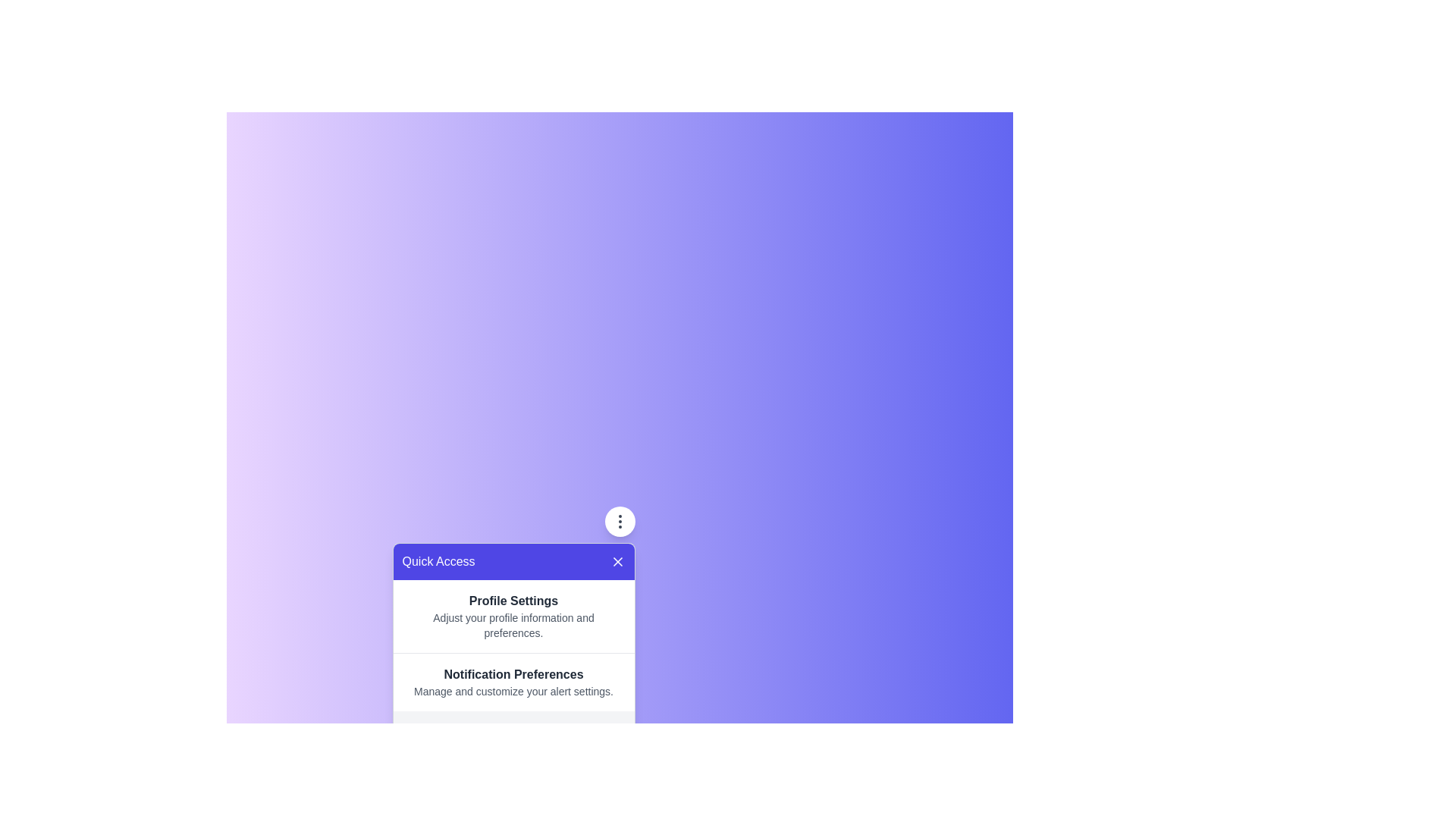  Describe the element at coordinates (617, 561) in the screenshot. I see `the small white cross icon located in the top-right corner of the 'Quick Access' header section` at that location.